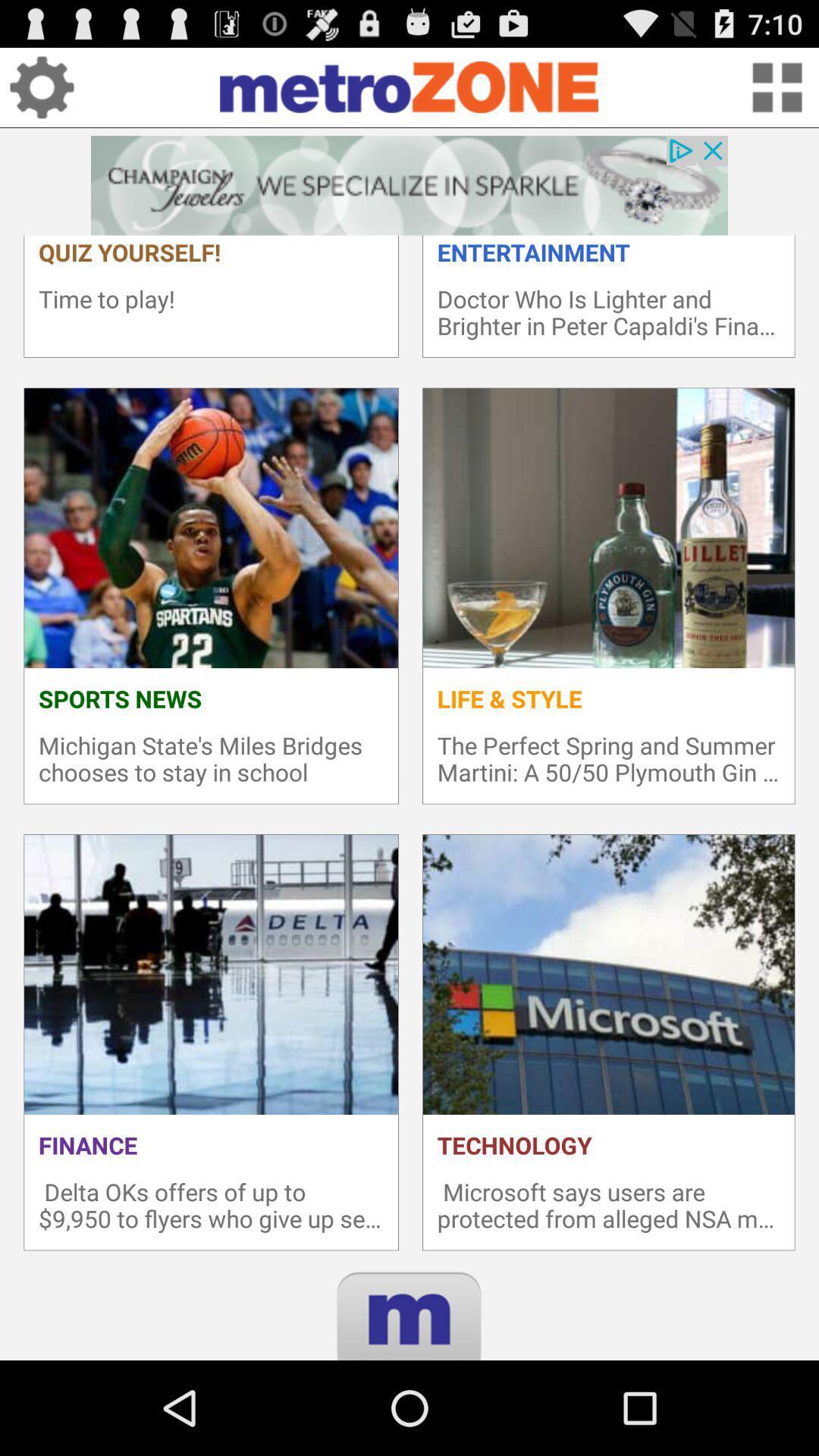  What do you see at coordinates (41, 93) in the screenshot?
I see `the settings icon` at bounding box center [41, 93].